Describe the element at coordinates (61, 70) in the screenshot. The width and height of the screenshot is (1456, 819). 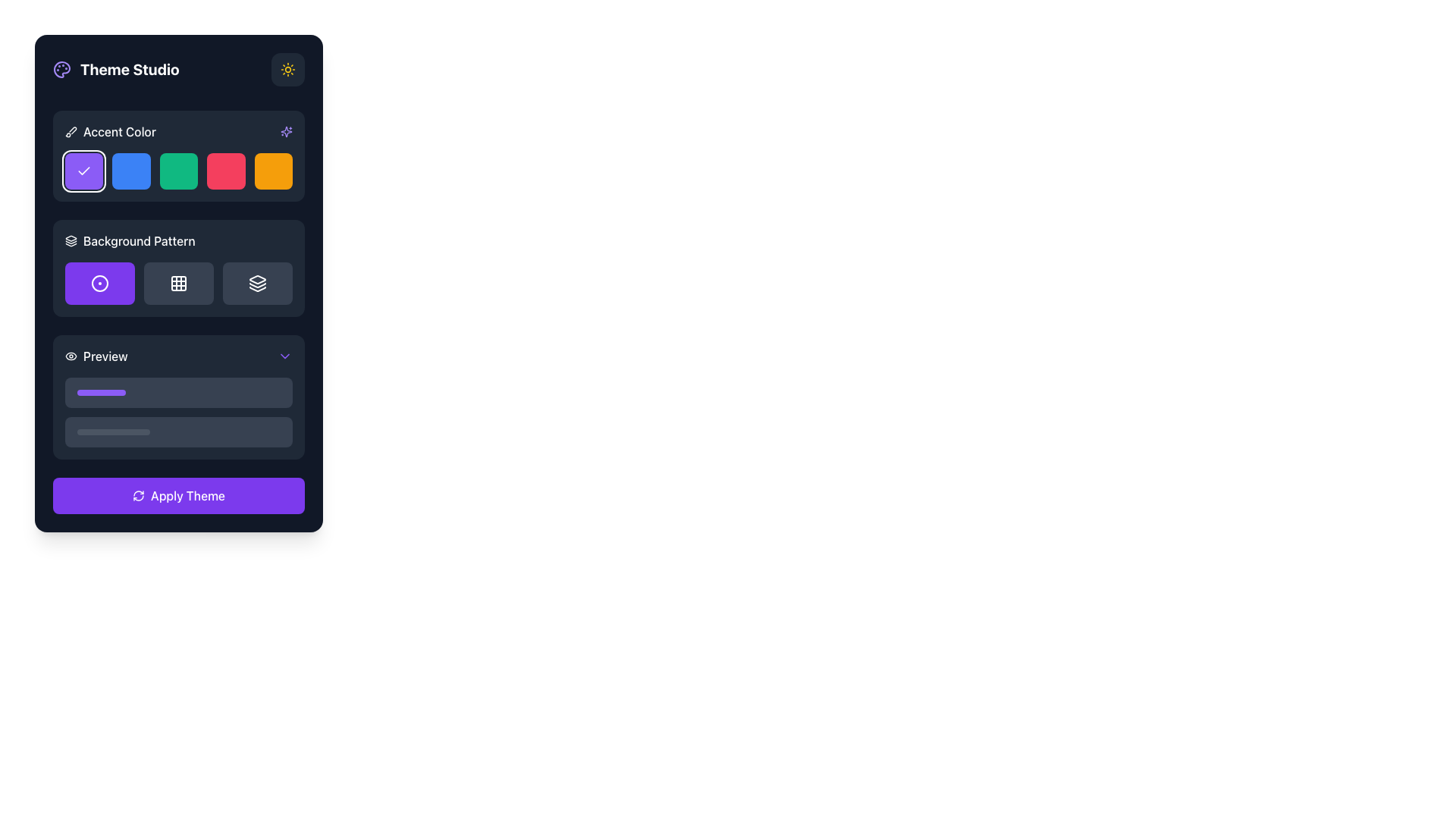
I see `the main body of the painter's palette icon, which is styled with a violet hue and located in the toolbar section of the Theme Studio interface` at that location.